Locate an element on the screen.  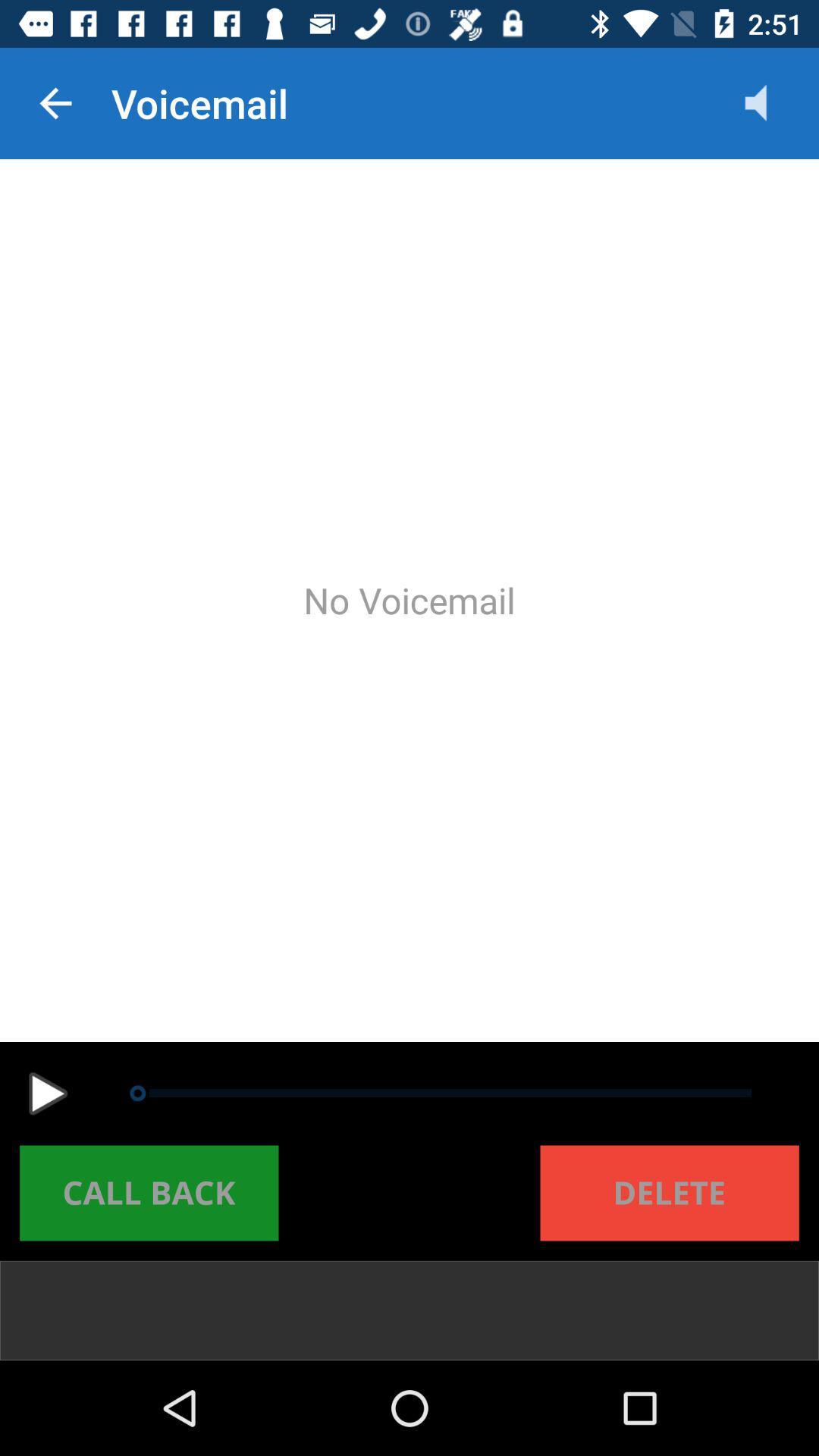
the icon next to the voicemail is located at coordinates (771, 102).